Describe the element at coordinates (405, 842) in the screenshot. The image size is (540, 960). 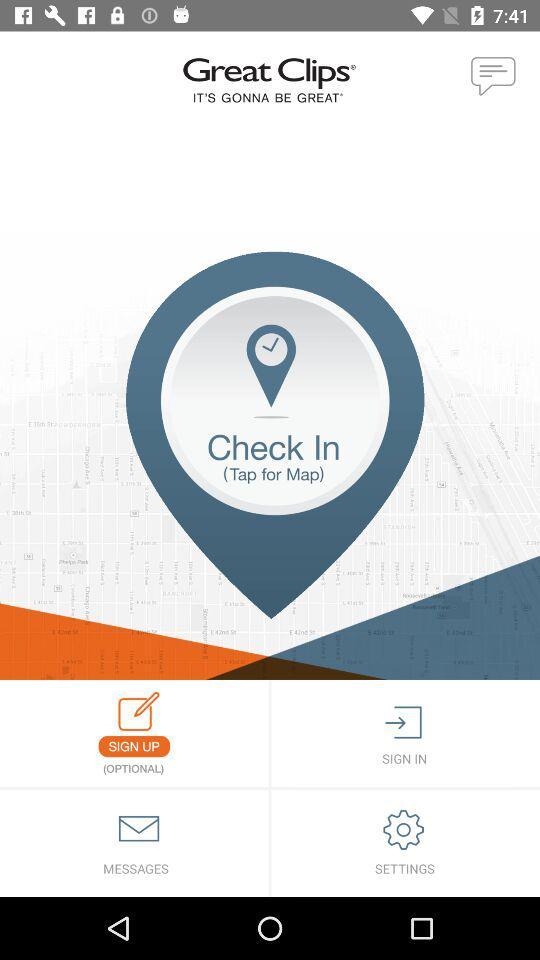
I see `open settings` at that location.